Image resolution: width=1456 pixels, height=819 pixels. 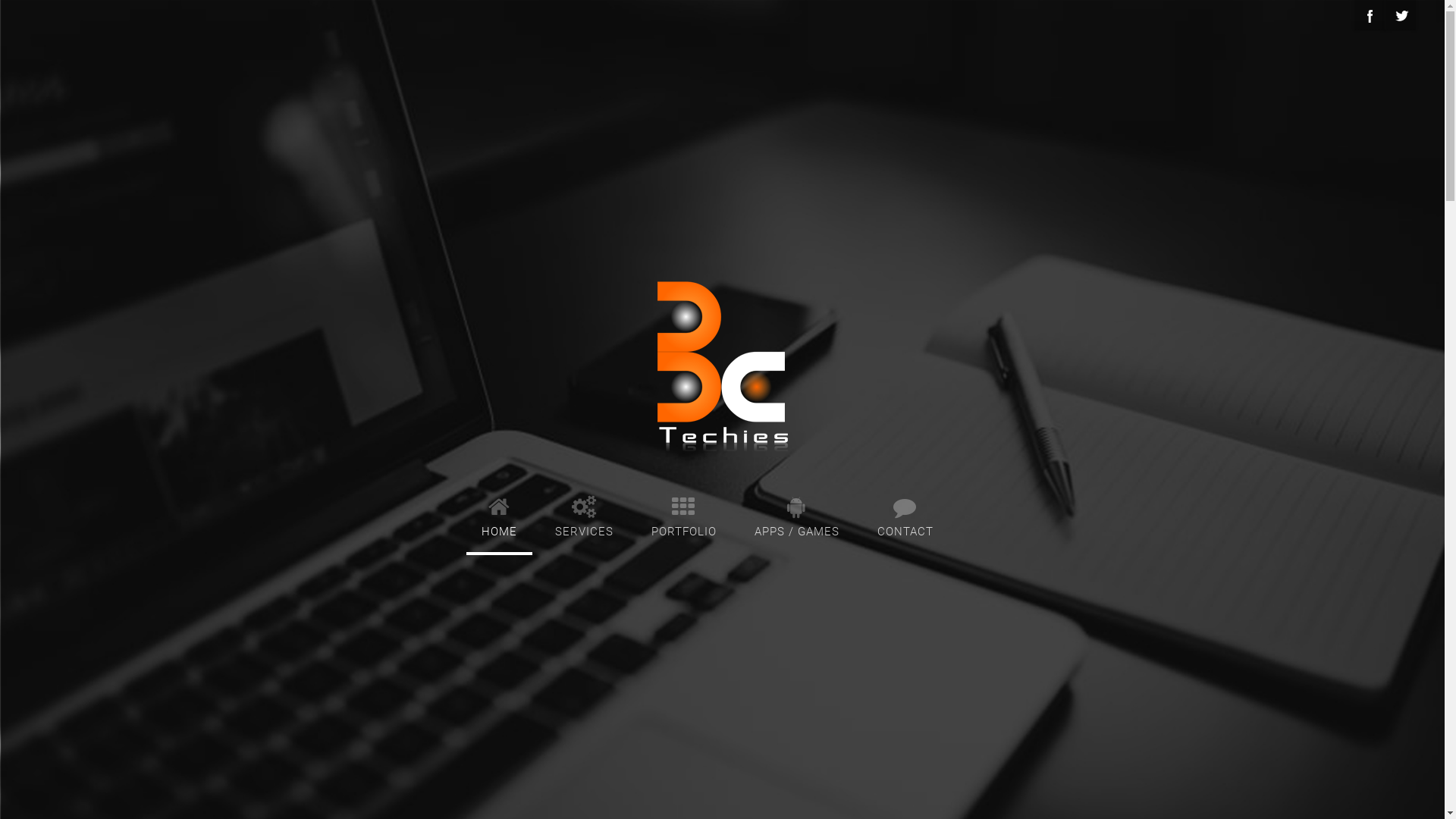 What do you see at coordinates (682, 513) in the screenshot?
I see `'PORTFOLIO'` at bounding box center [682, 513].